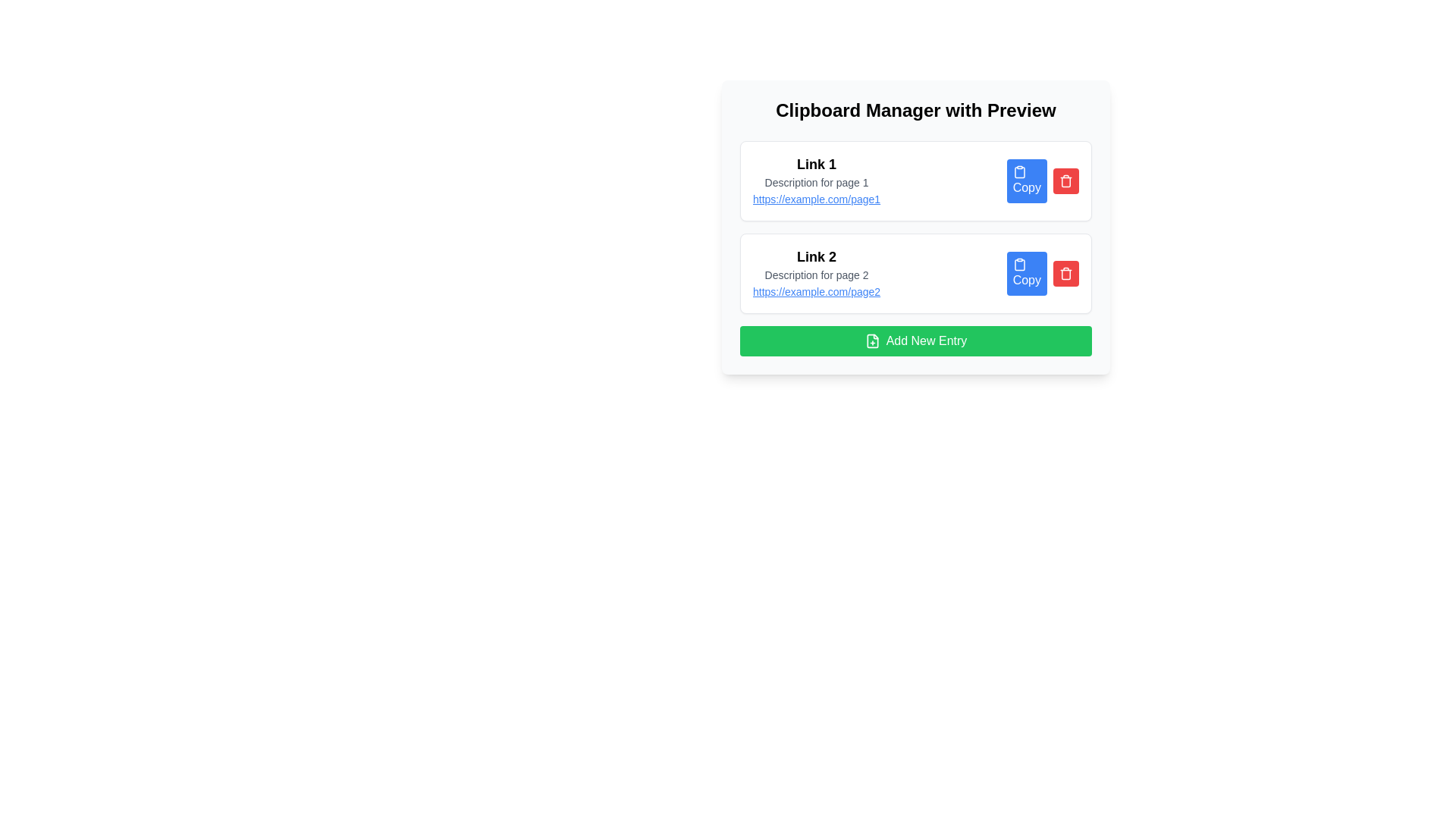 This screenshot has width=1456, height=819. Describe the element at coordinates (1065, 274) in the screenshot. I see `the delete button located to the right of the blue 'Copy' button in the second entry of the listed items` at that location.